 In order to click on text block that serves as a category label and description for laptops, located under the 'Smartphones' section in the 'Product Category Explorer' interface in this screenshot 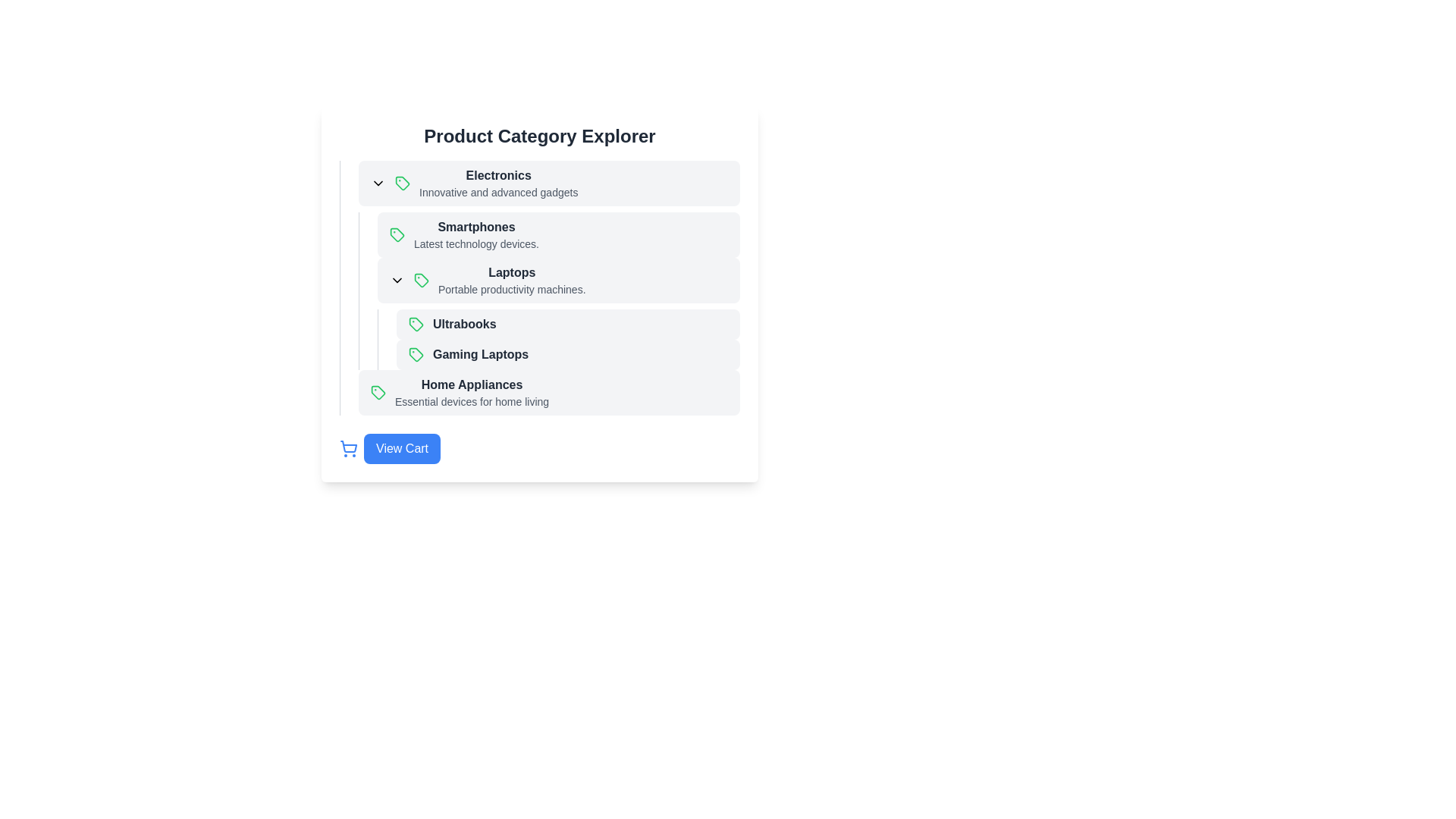, I will do `click(512, 281)`.